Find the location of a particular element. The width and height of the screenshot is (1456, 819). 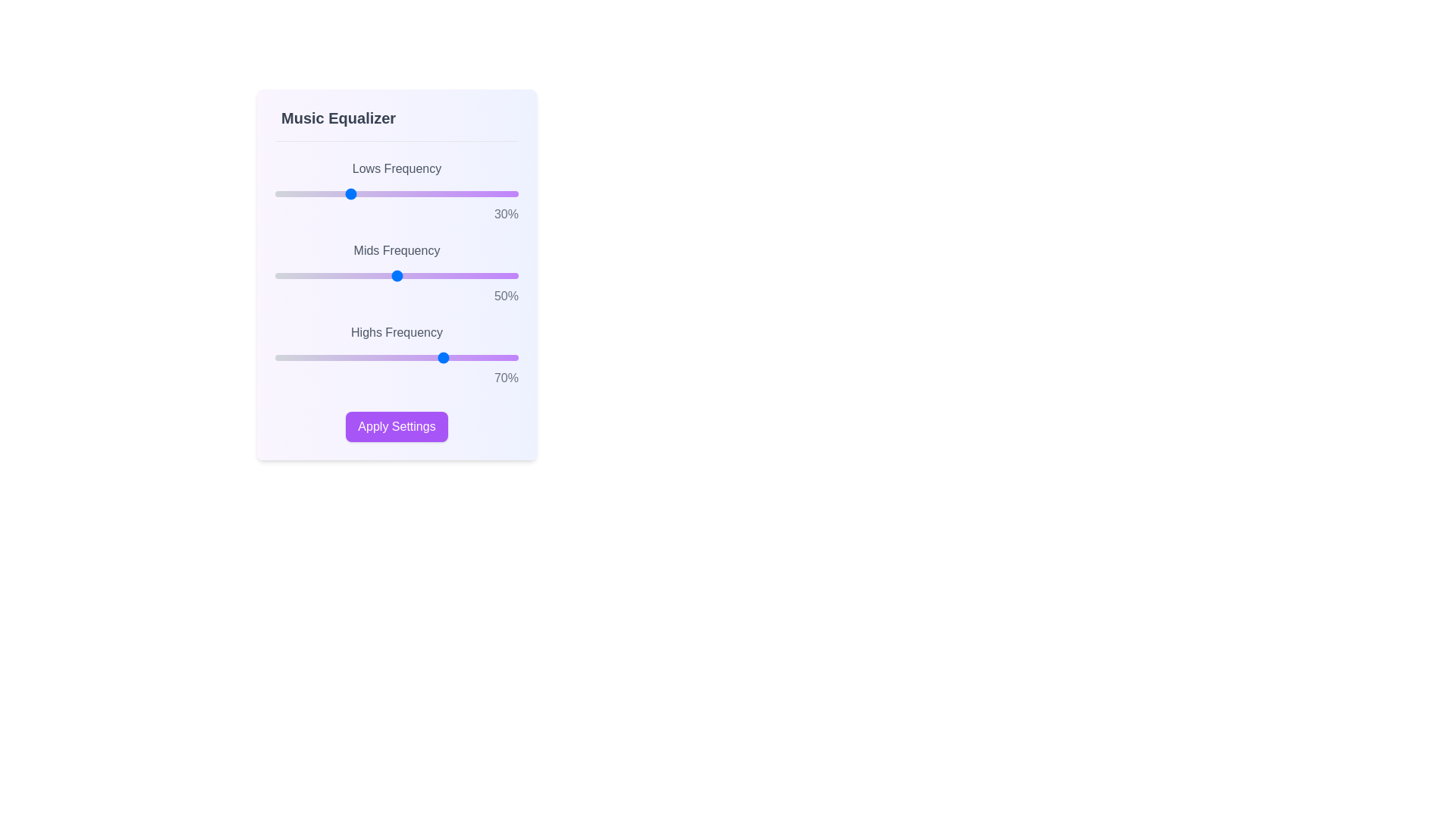

the 'Mids Frequency' slider to 51% is located at coordinates (399, 275).